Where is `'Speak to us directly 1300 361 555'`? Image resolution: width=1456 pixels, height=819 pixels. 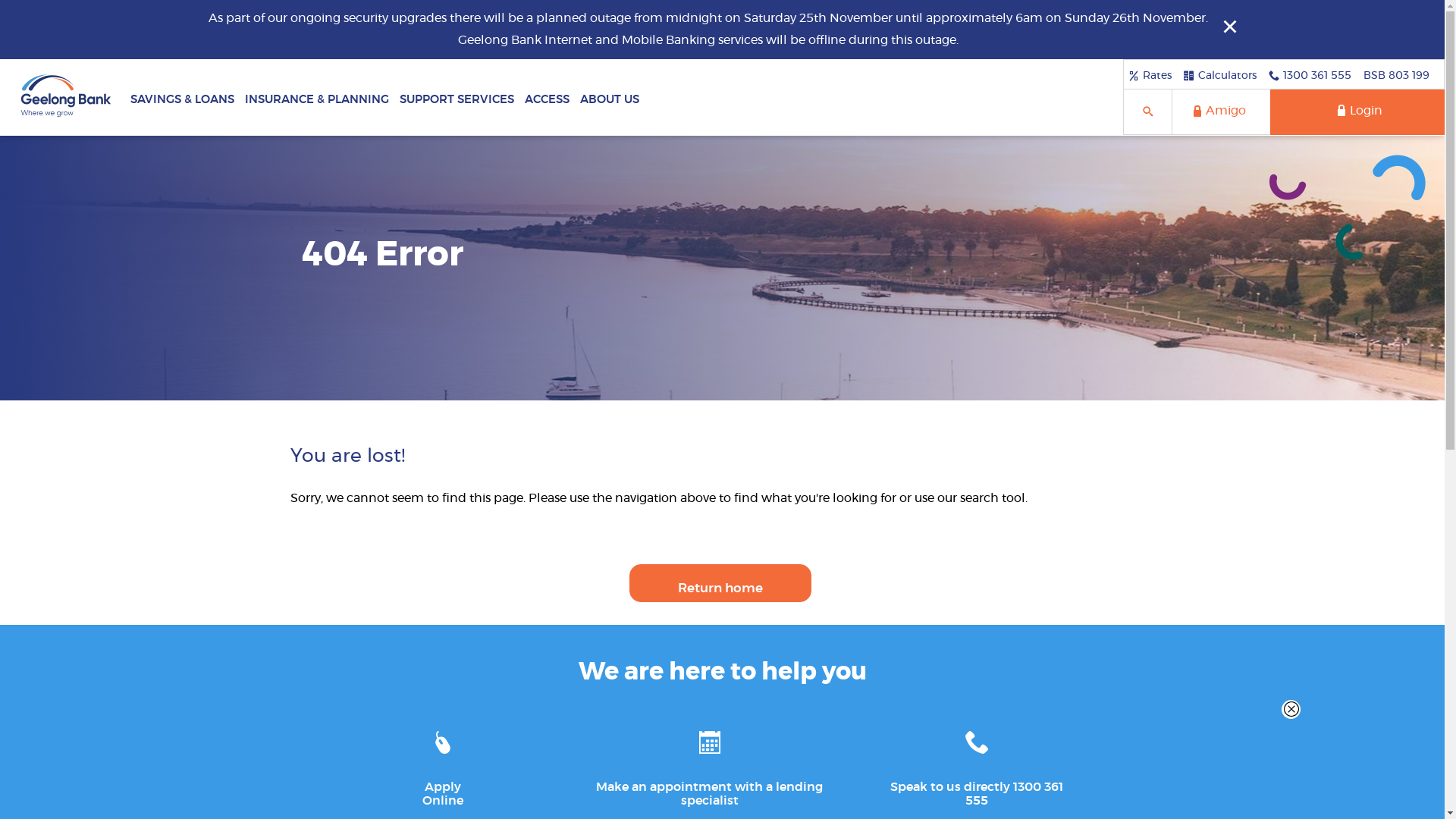 'Speak to us directly 1300 361 555' is located at coordinates (976, 763).